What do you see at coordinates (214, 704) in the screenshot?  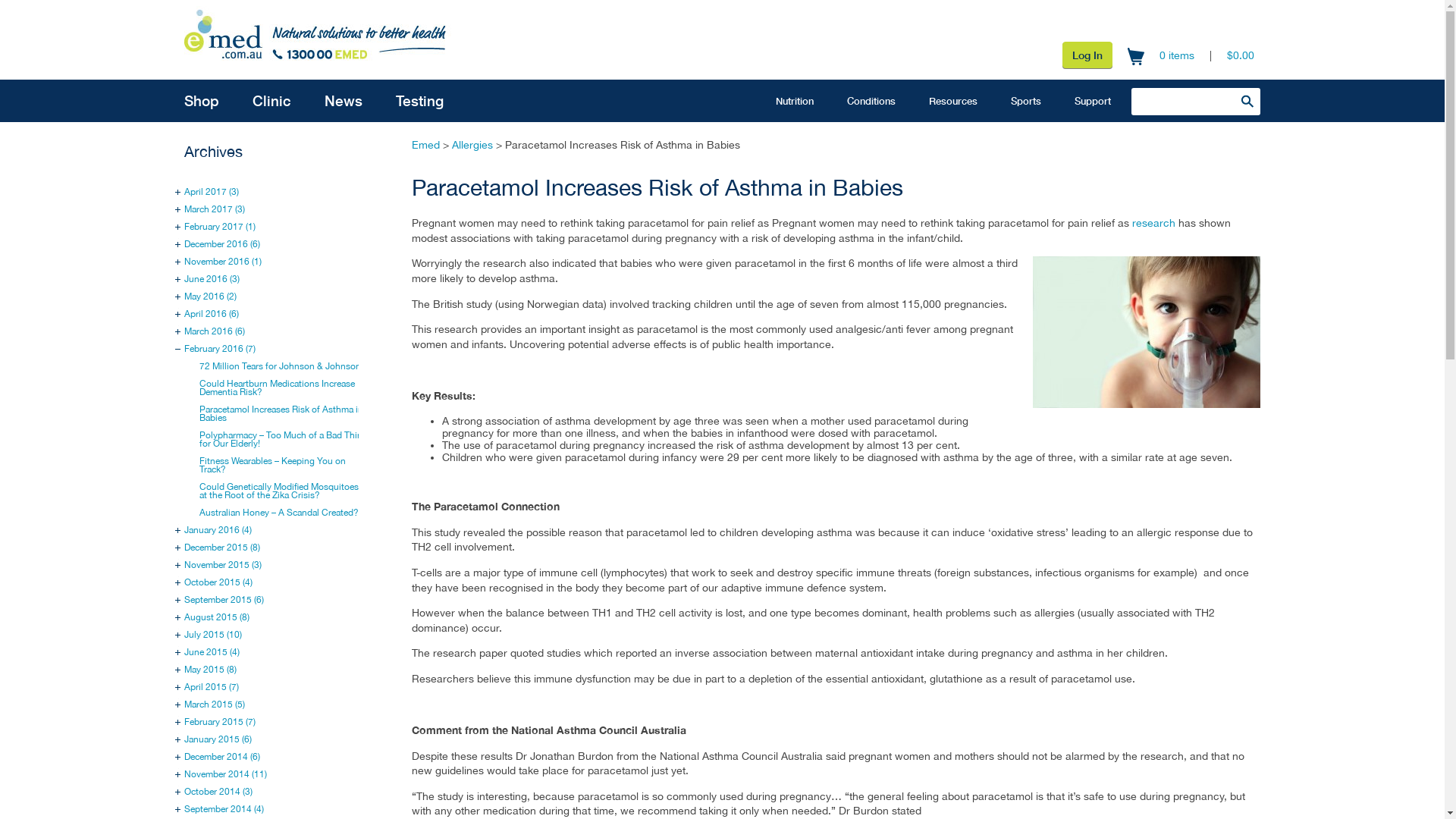 I see `'March 2015 (5)'` at bounding box center [214, 704].